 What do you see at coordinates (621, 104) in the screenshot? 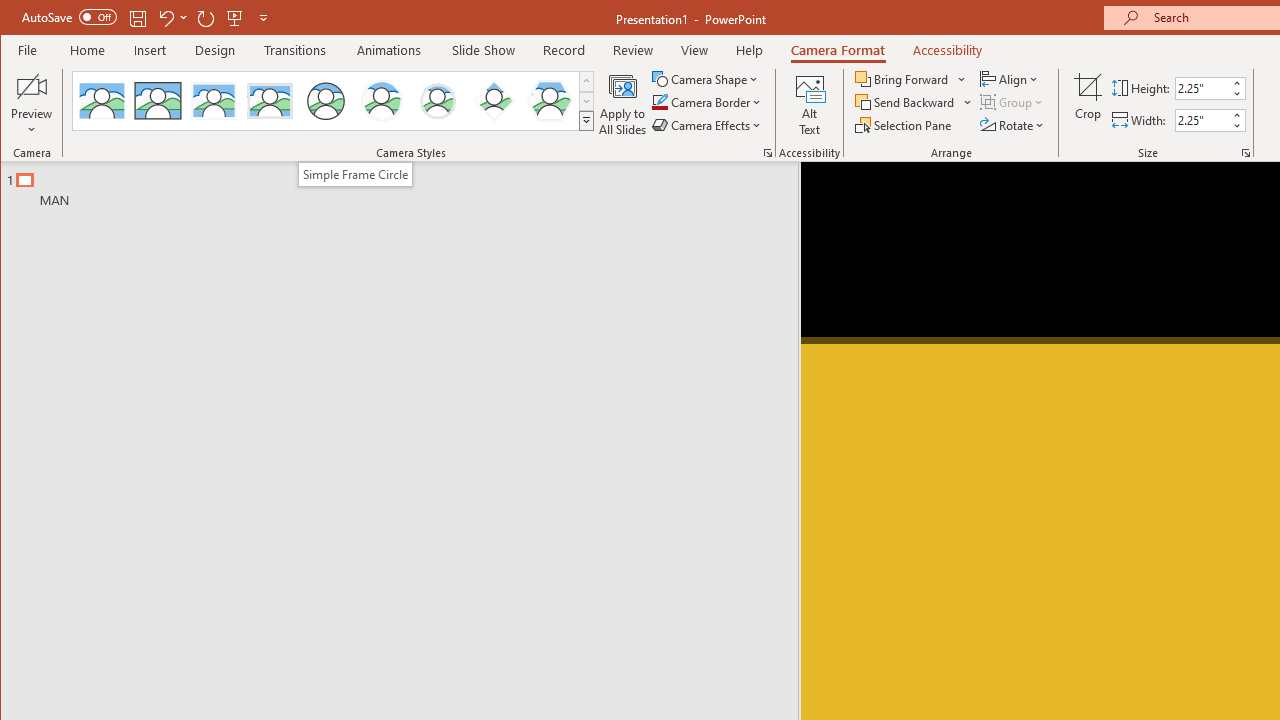
I see `'Apply to All Slides'` at bounding box center [621, 104].